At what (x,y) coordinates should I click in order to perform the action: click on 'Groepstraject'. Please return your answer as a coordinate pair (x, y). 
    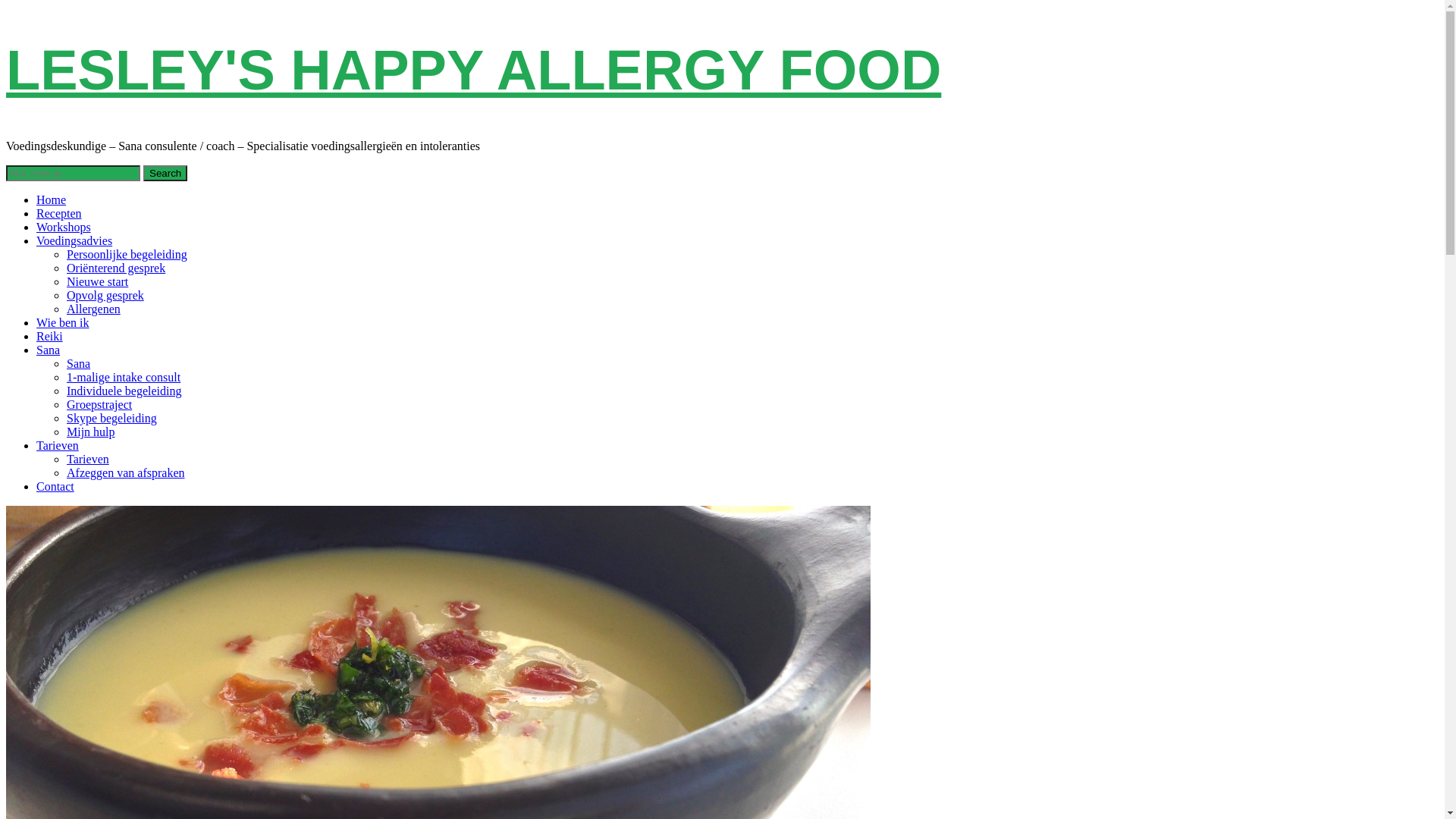
    Looking at the image, I should click on (65, 403).